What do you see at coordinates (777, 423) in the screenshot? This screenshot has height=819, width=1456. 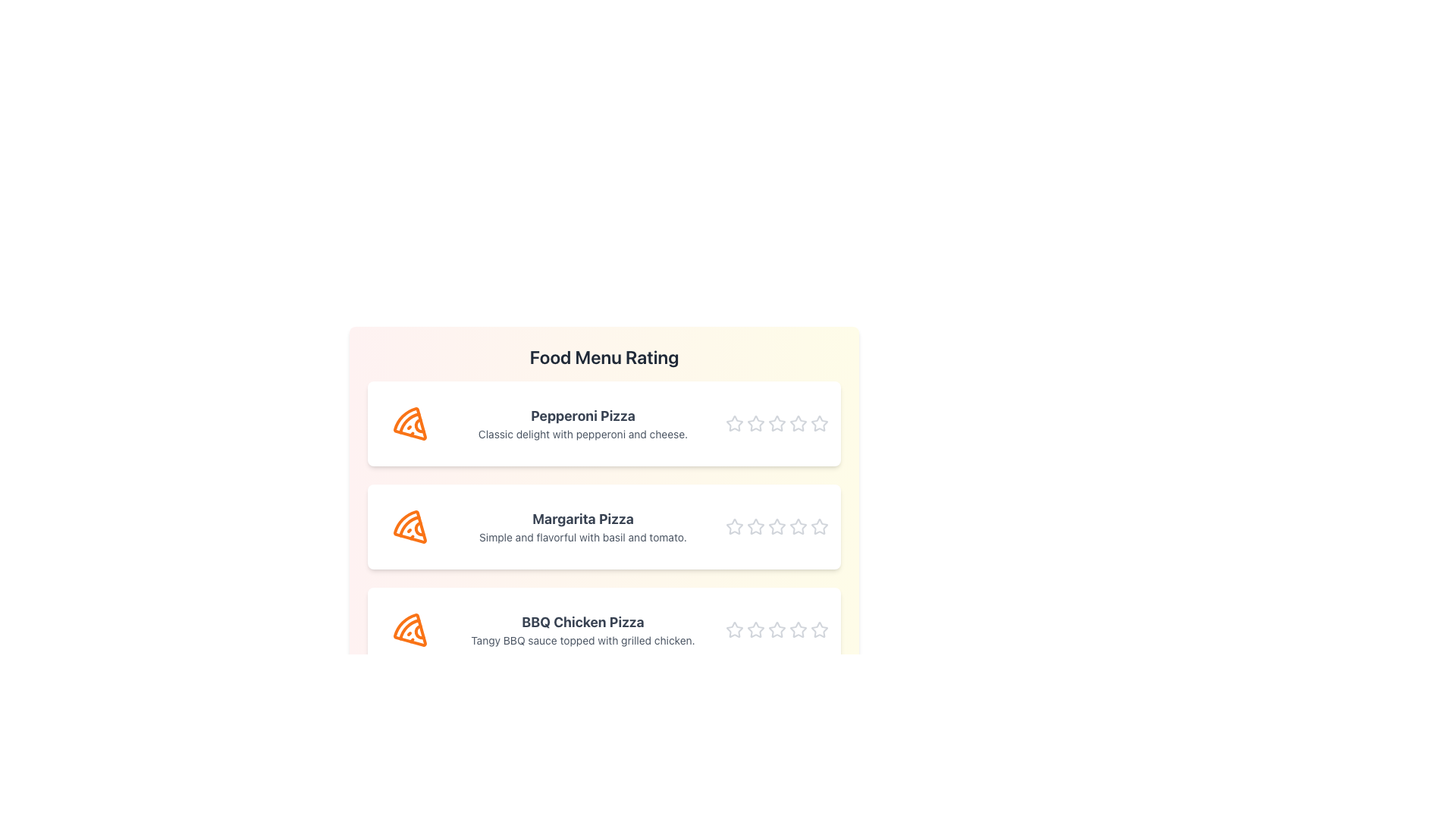 I see `the second star rating icon located to the right of 'Pepperoni Pizza'` at bounding box center [777, 423].